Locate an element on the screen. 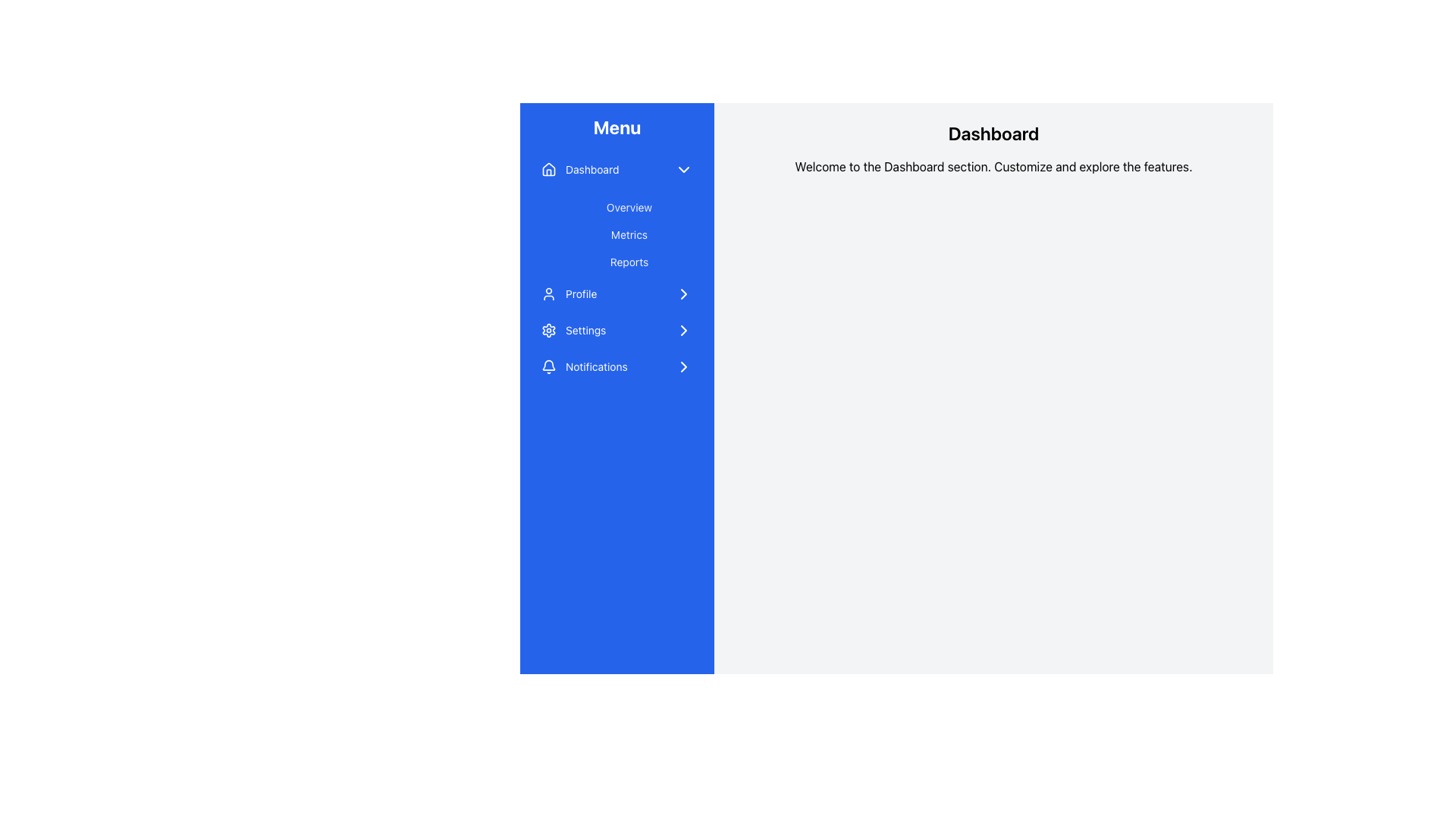  the 'Notifications' menu item in the vertical navigation bar, which is styled with a blue background and features a bell icon on the left and a right-pointing chevron icon on the right is located at coordinates (617, 366).